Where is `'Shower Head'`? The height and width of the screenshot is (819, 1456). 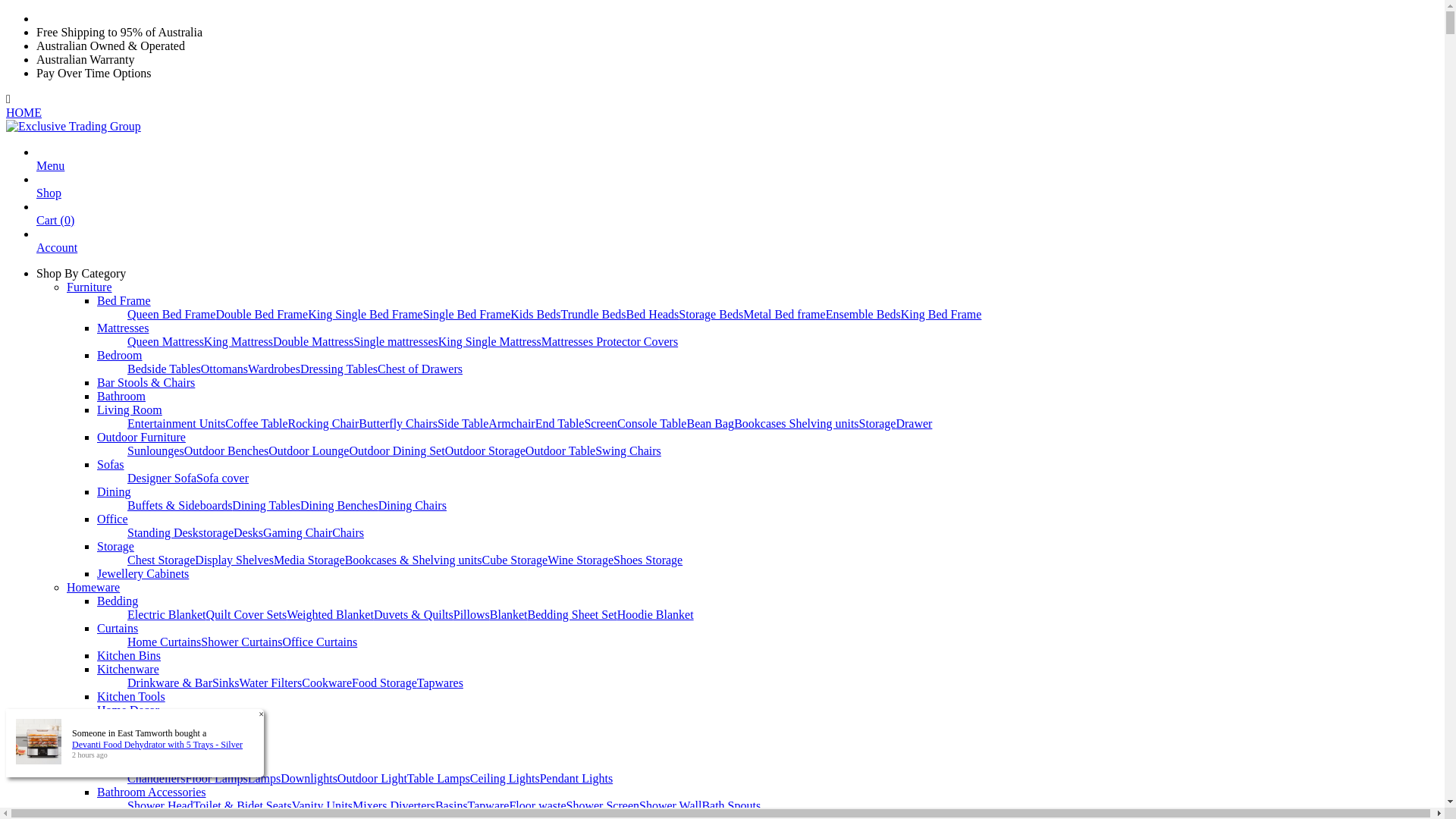
'Shower Head' is located at coordinates (127, 805).